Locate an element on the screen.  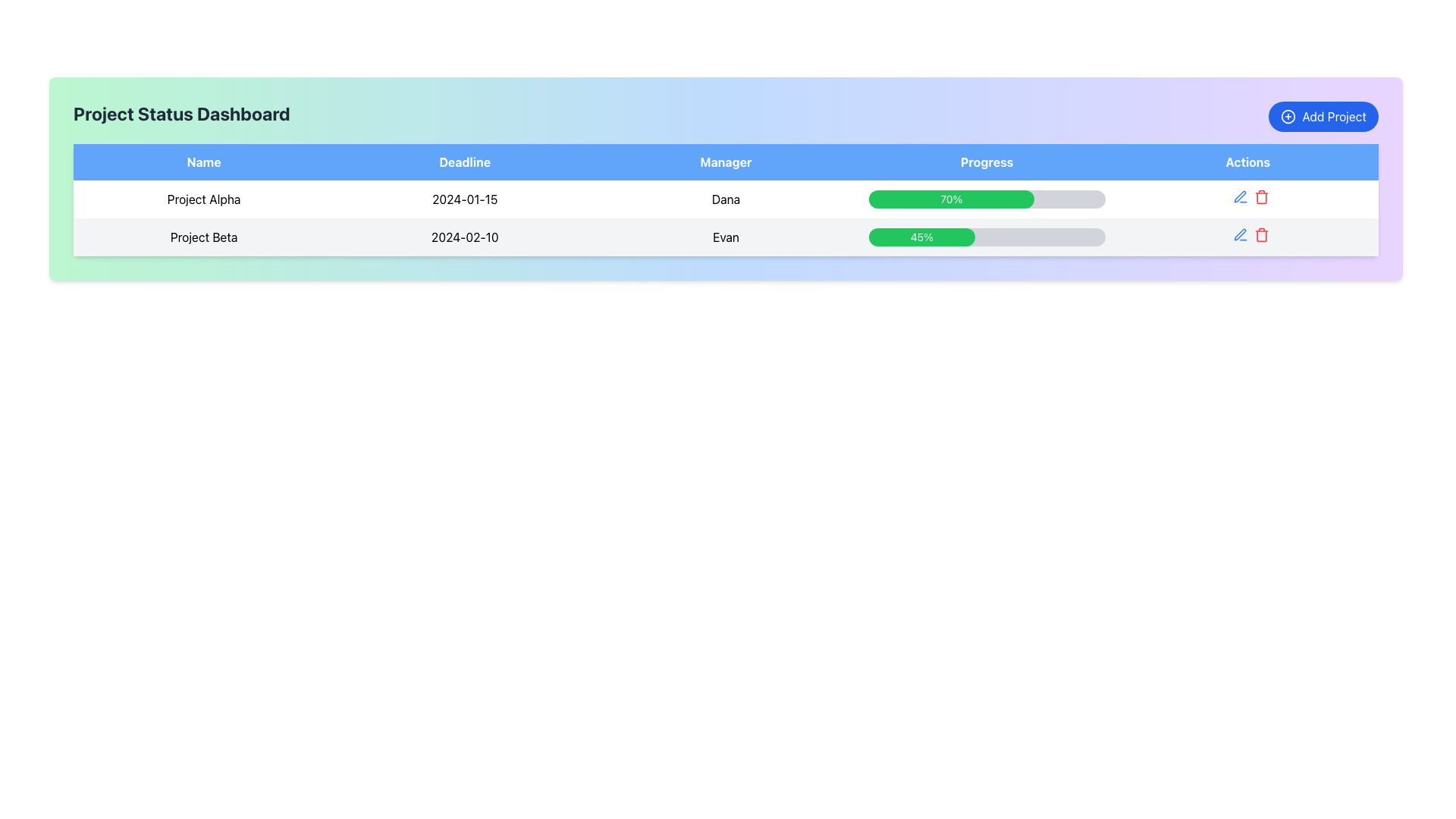
the Header Row of the Project Status Dashboard, which is a horizontal bar with a blue background and white text, containing sections labeled 'Name', 'Deadline', 'Manager', 'Progress', and 'Actions' is located at coordinates (725, 162).